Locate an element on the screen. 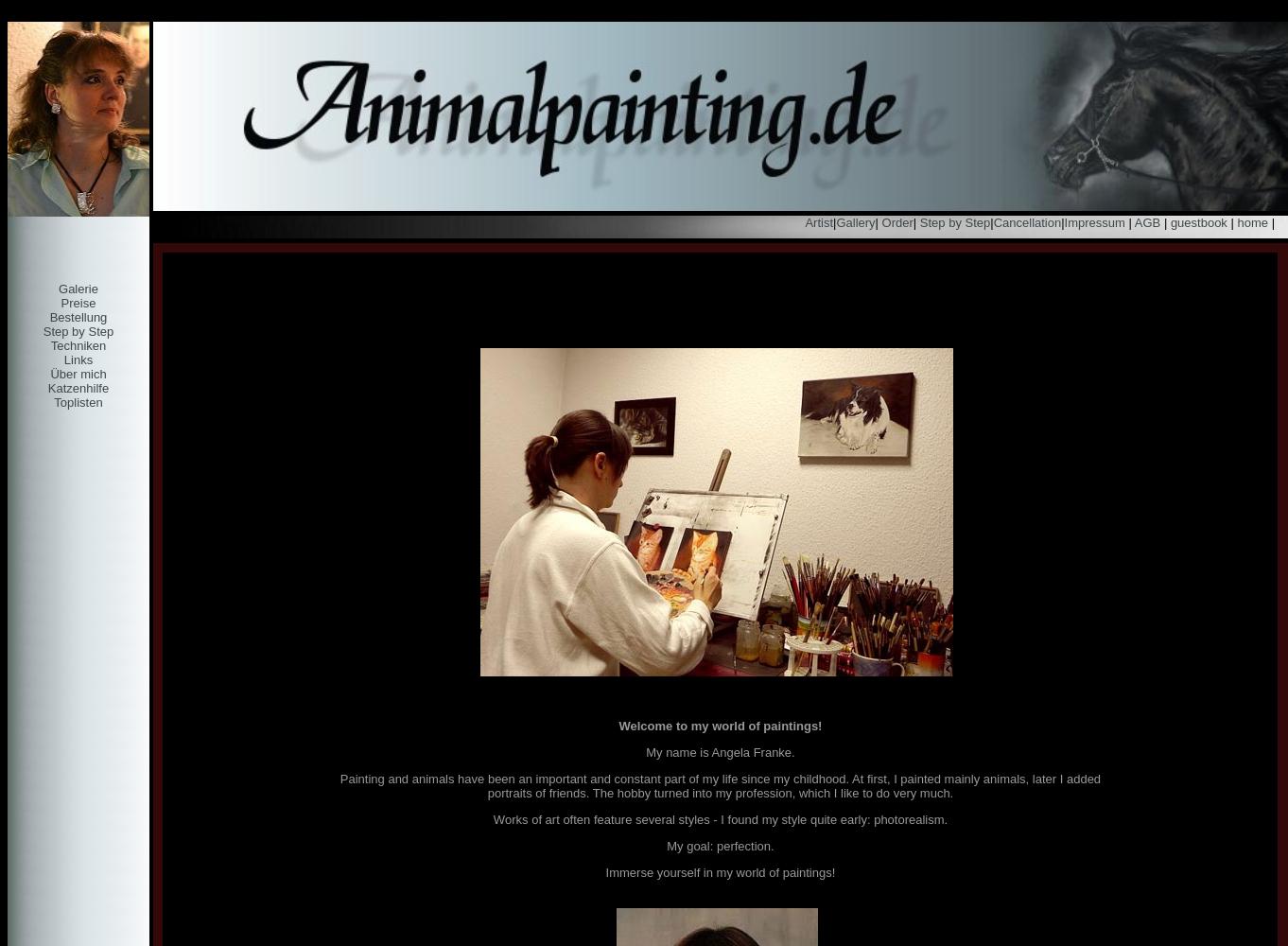 This screenshot has height=946, width=1288. 'Order' is located at coordinates (894, 221).